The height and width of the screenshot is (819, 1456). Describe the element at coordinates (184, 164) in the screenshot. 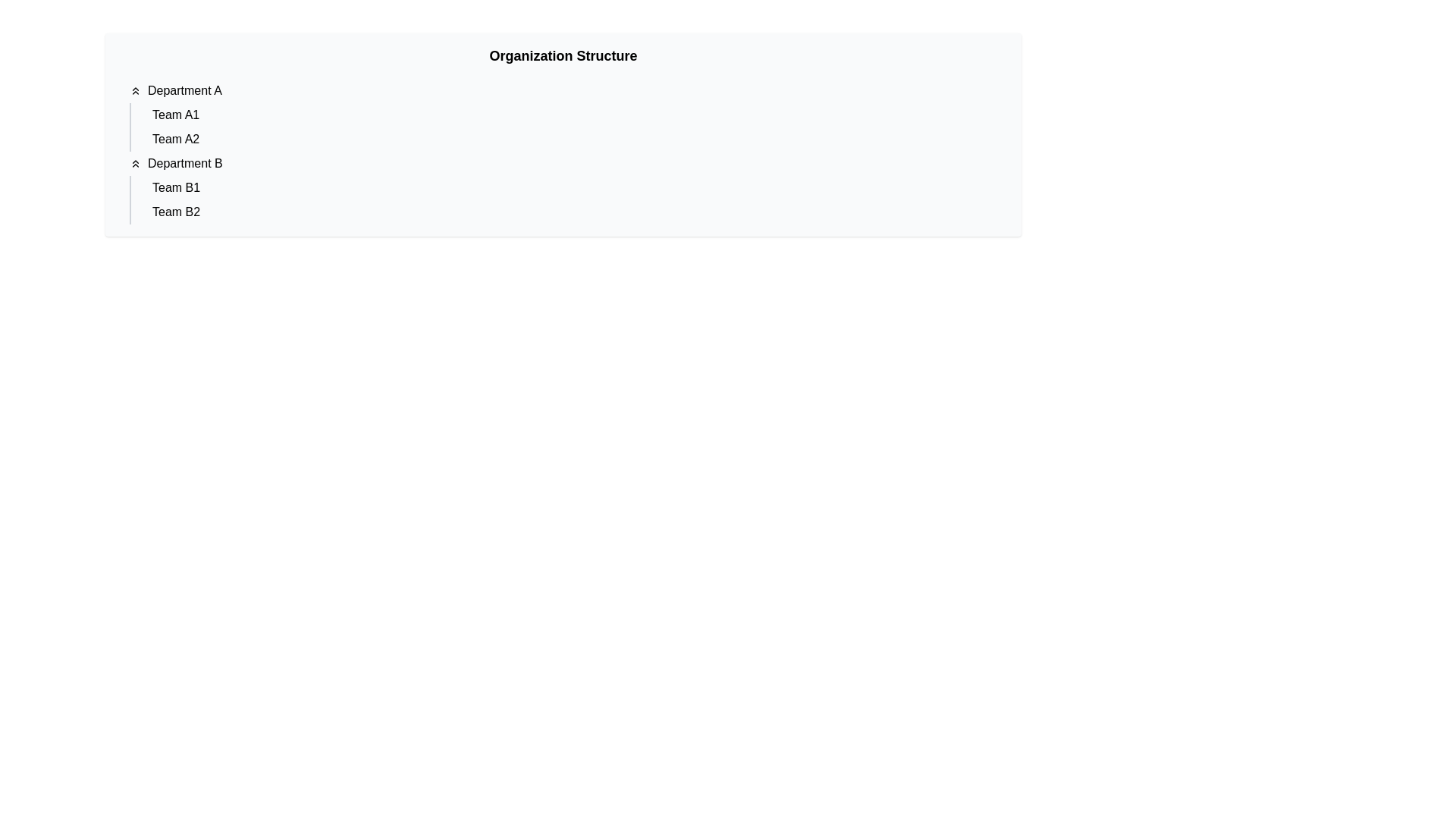

I see `the text label displaying 'Department B' to focus on this department` at that location.